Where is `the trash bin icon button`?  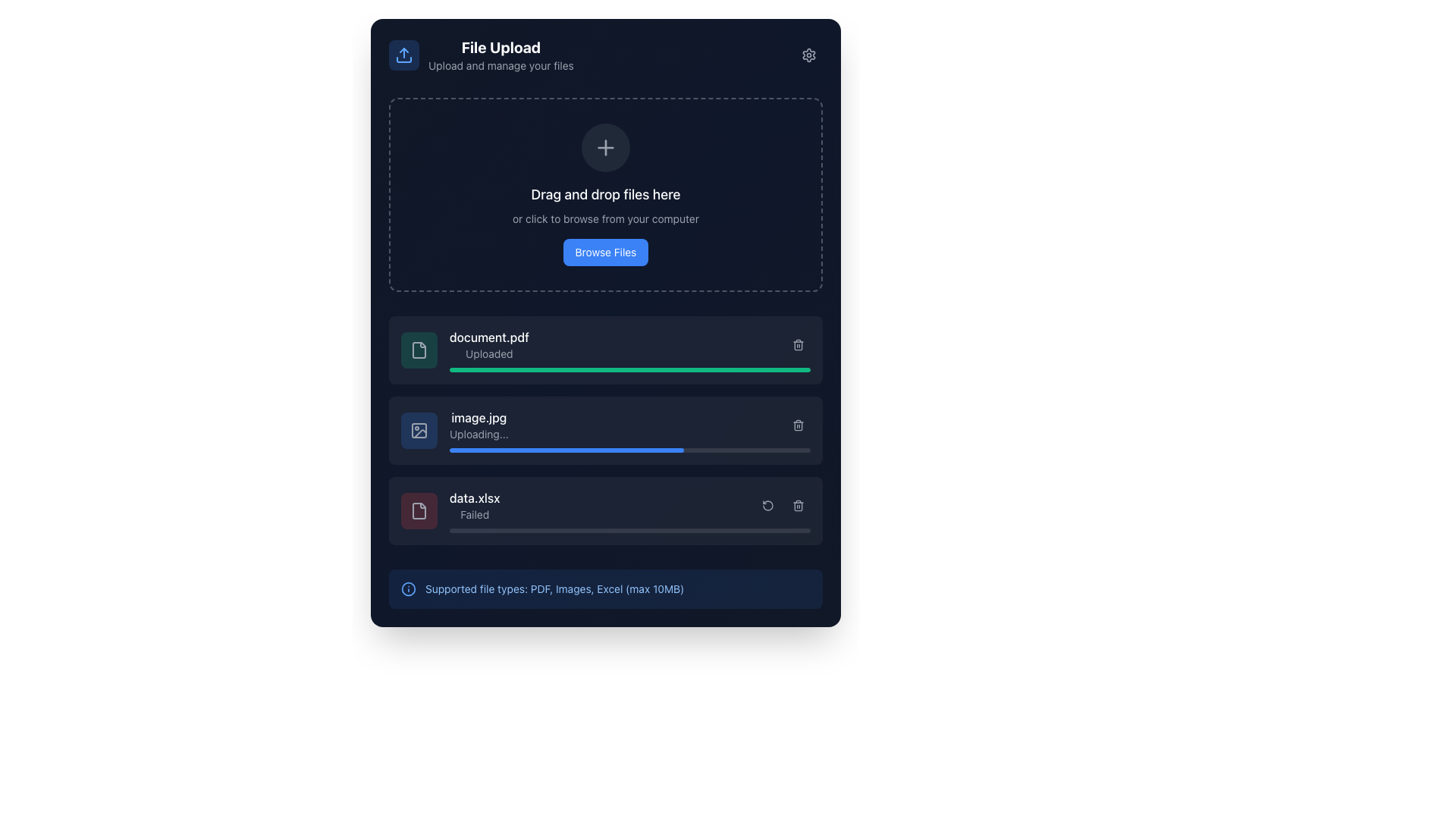 the trash bin icon button is located at coordinates (797, 506).